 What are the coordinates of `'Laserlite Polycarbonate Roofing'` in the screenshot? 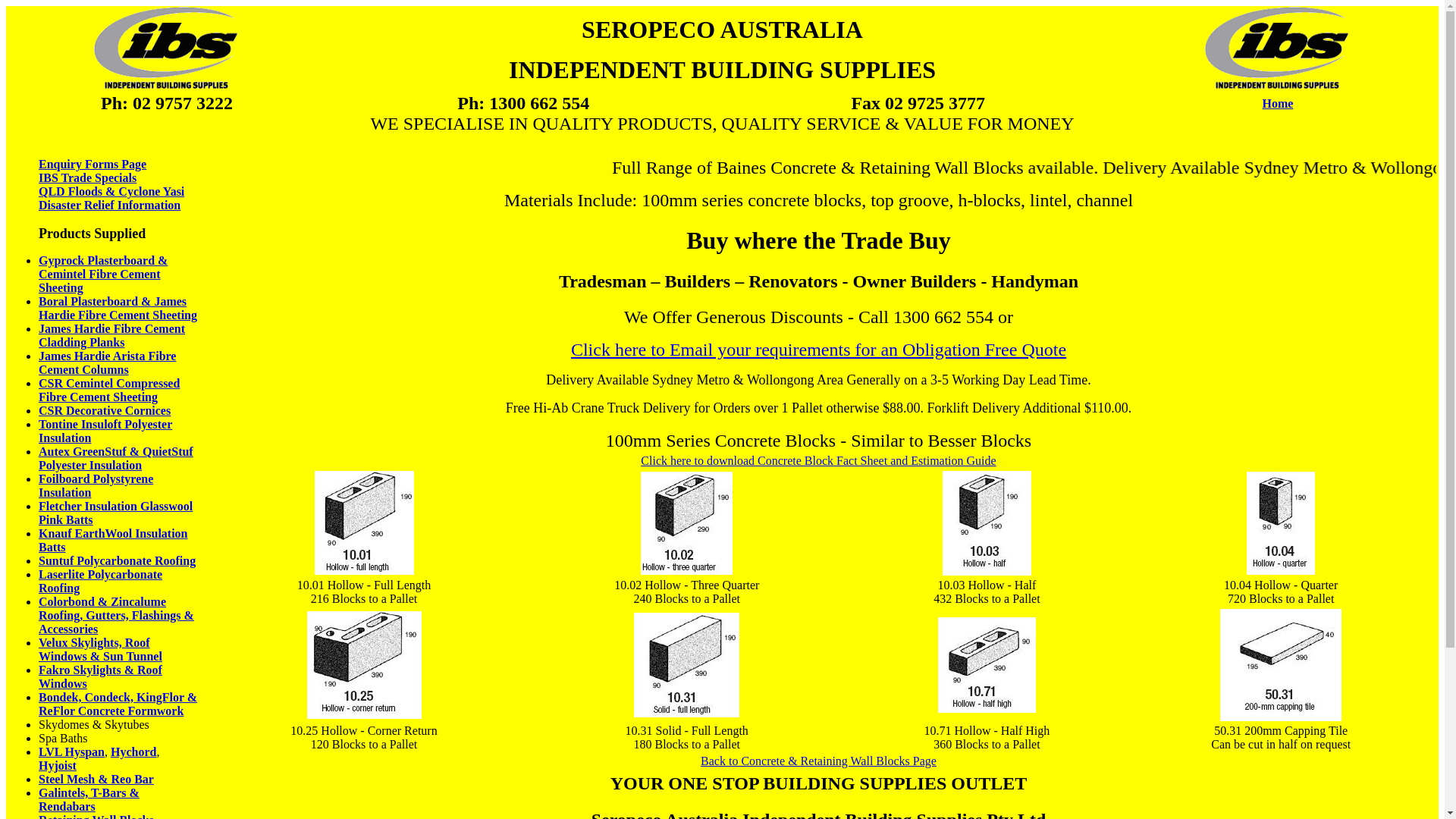 It's located at (99, 580).